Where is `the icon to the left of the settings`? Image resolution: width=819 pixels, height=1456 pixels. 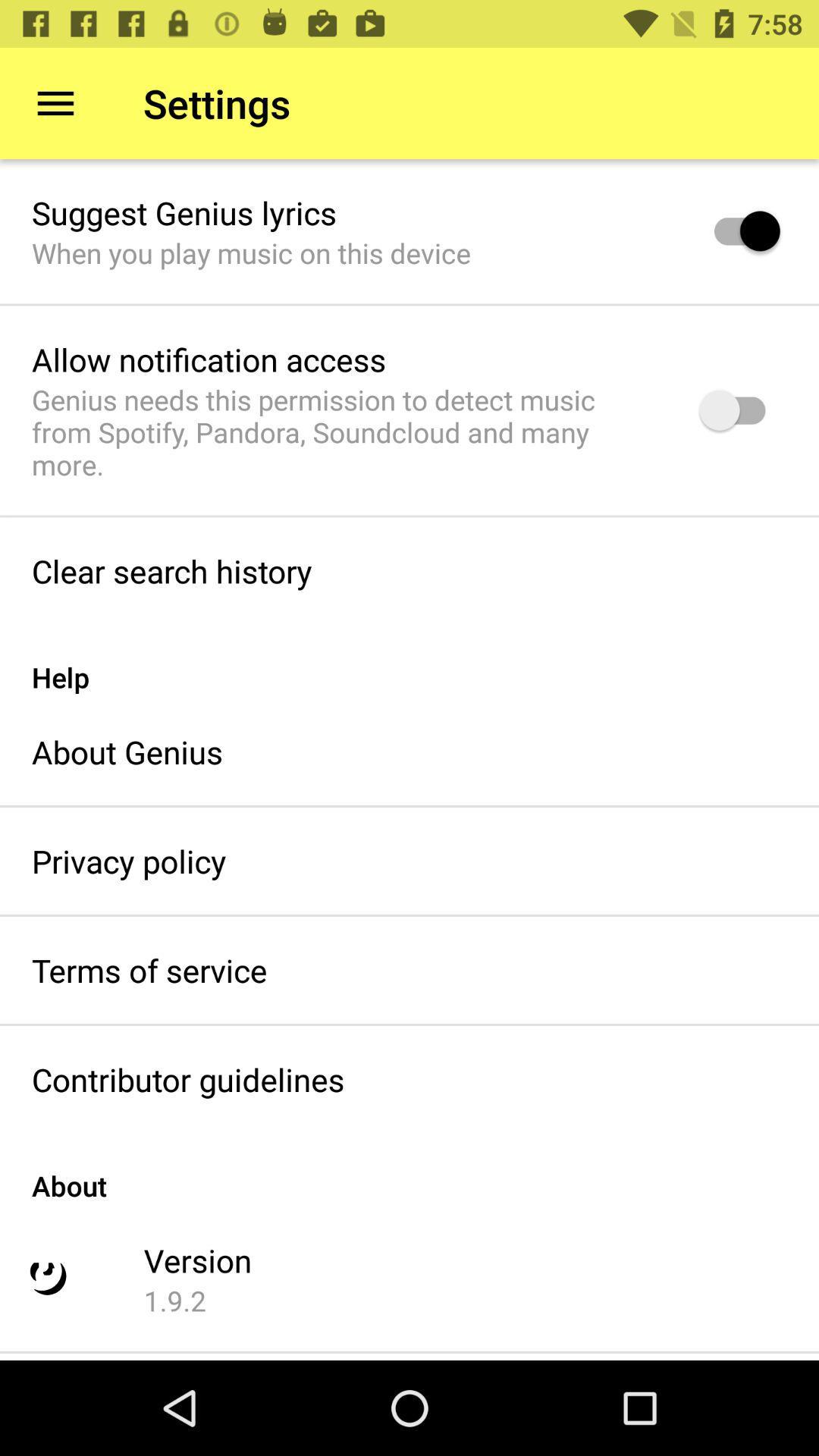 the icon to the left of the settings is located at coordinates (55, 102).